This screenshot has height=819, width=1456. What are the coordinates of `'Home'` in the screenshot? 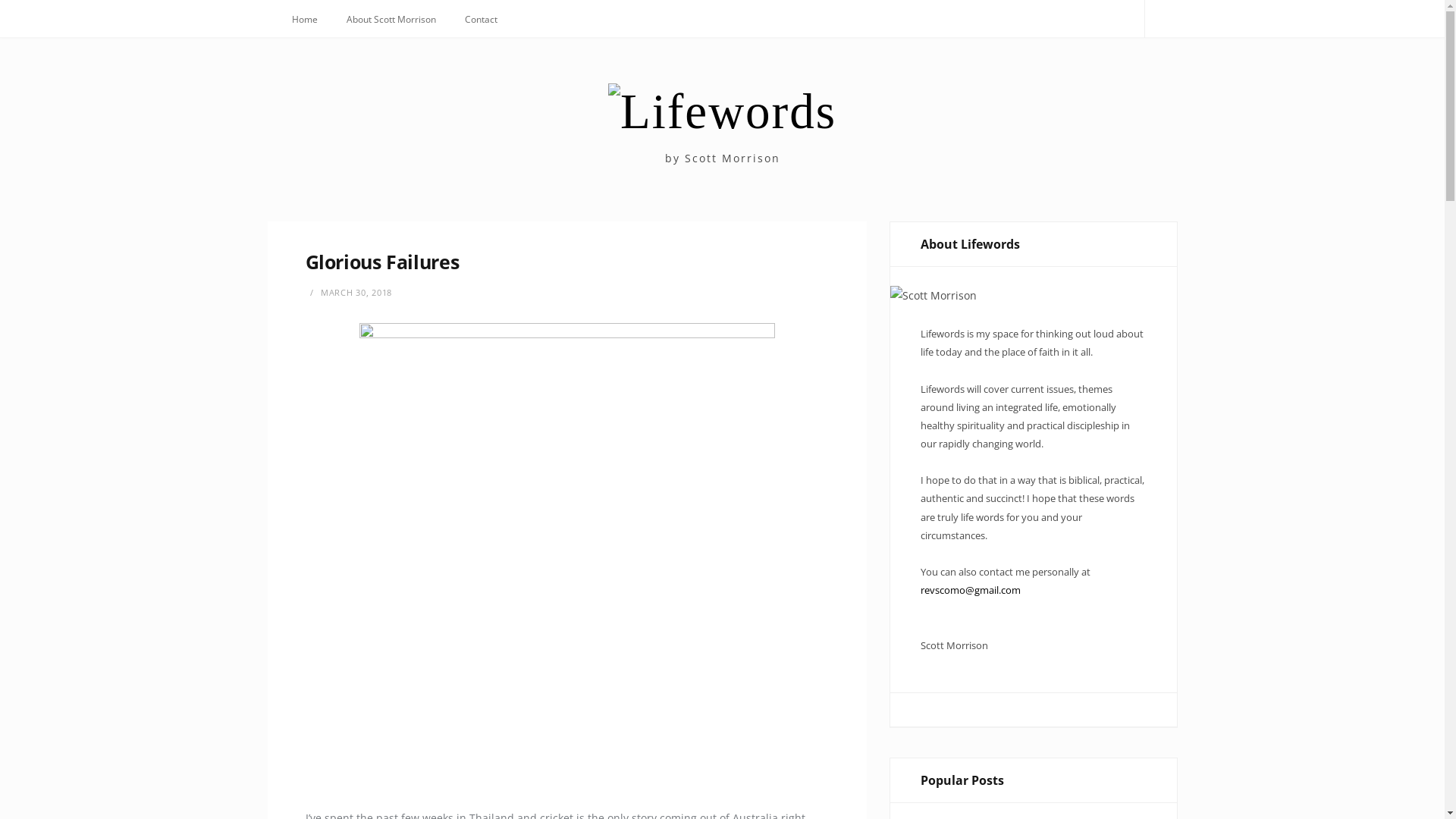 It's located at (279, 20).